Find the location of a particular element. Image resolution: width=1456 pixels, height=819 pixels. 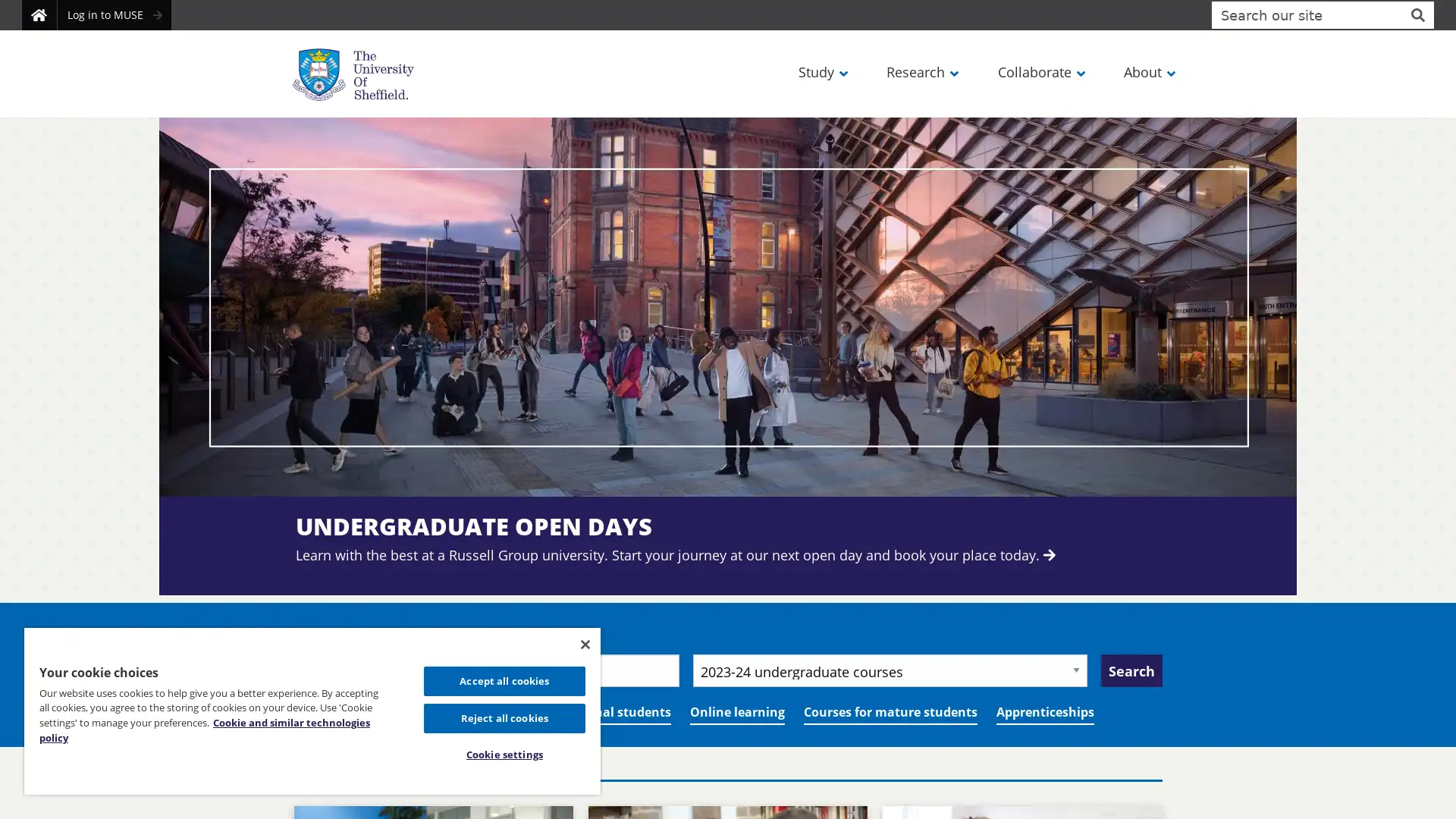

Collaborate is located at coordinates (1039, 71).